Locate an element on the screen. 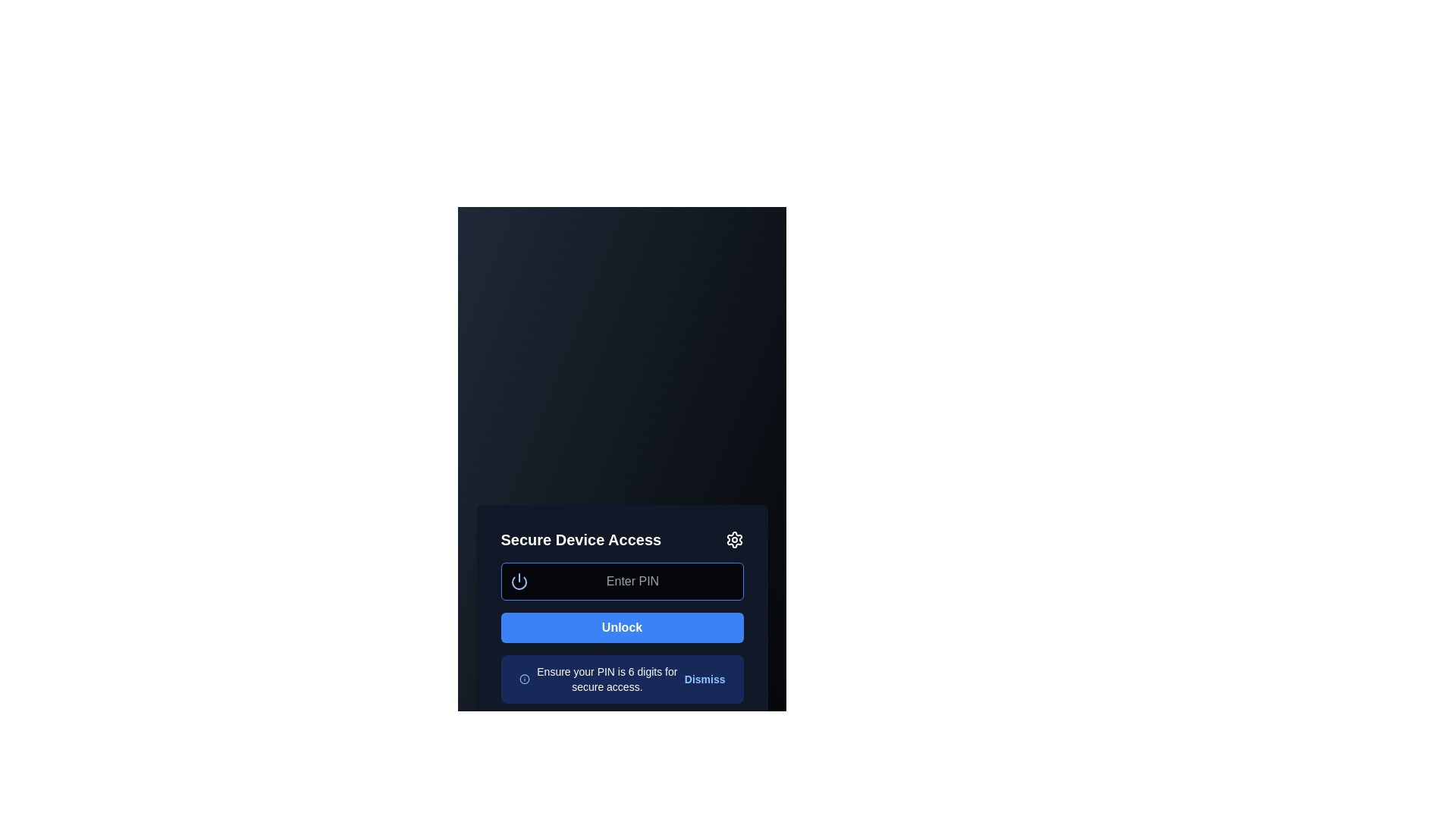 The image size is (1456, 819). the circular graphic element that is part of the informational icon structure, located to the left of the text message 'Ensure your PIN is 6 digits for secure access.' in the warning section below the 'Unlock' button is located at coordinates (524, 678).